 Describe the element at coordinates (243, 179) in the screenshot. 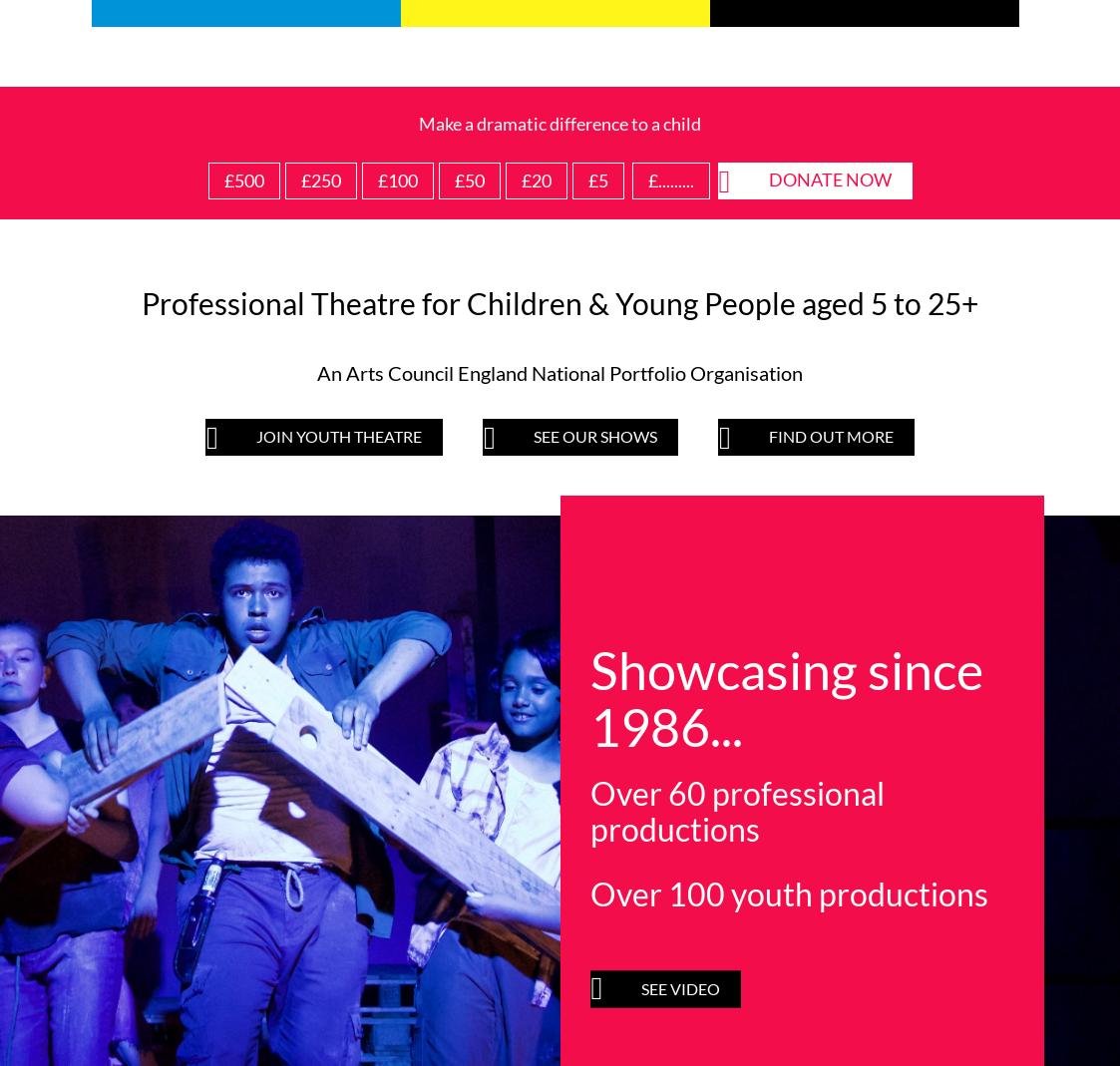

I see `'£500'` at that location.